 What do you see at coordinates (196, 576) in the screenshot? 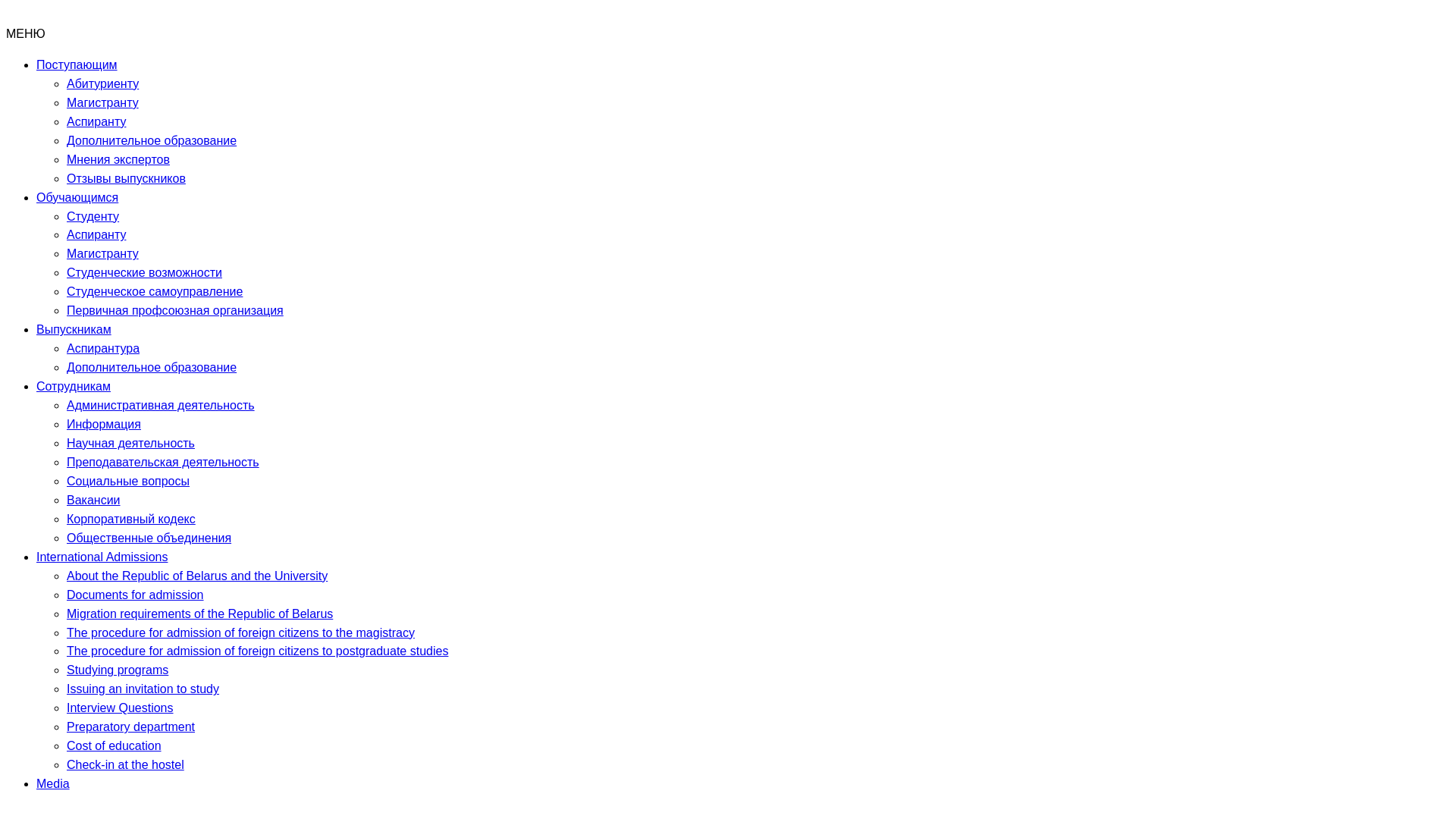
I see `'About the Republic of Belarus and the University'` at bounding box center [196, 576].